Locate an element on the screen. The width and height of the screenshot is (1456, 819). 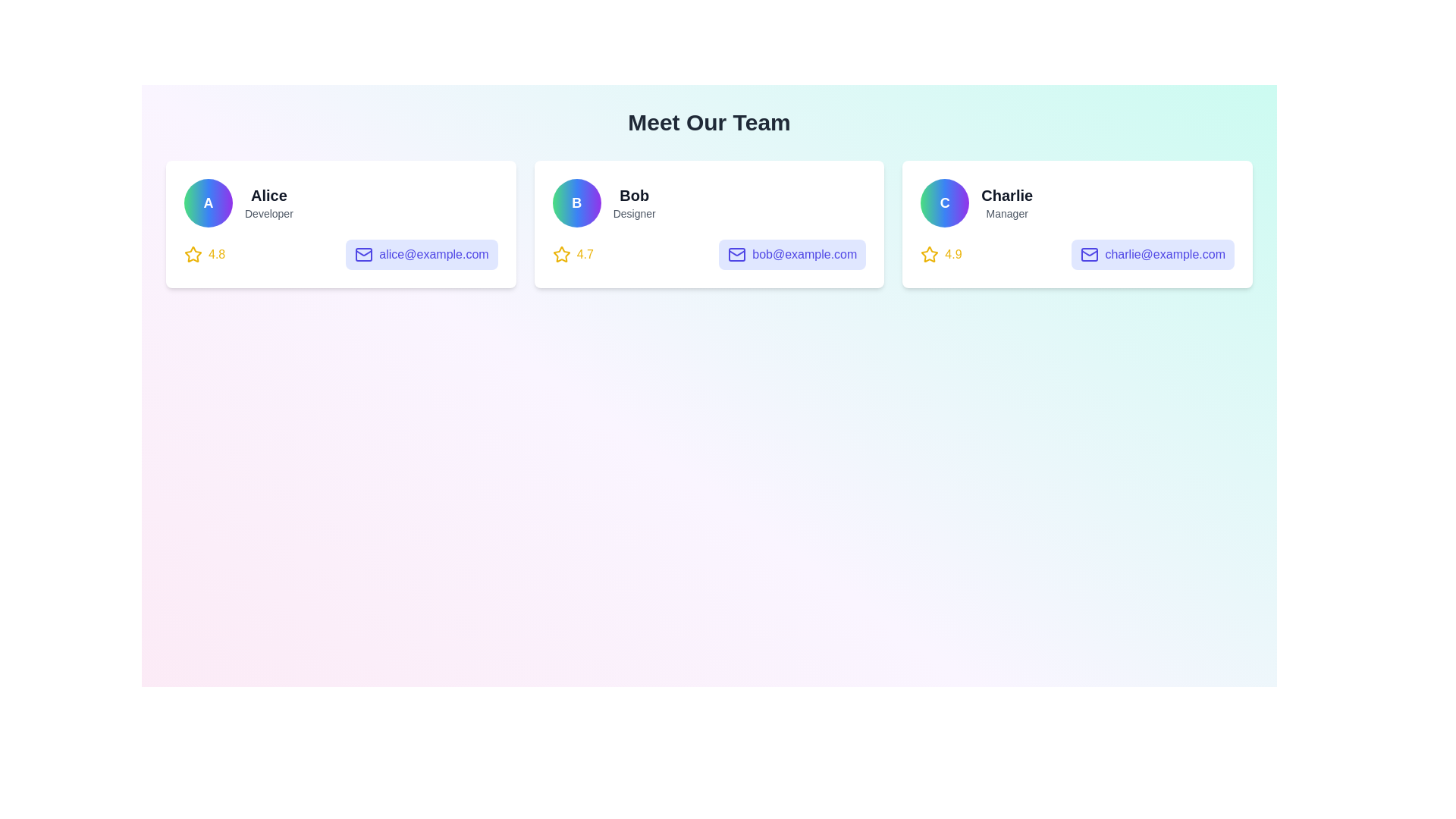
the envelope icon, which is a minimalist line drawing located to the left of the email address 'charlie@example.com' in the 'Meet Our Team' section under Charlie's card is located at coordinates (1089, 253).